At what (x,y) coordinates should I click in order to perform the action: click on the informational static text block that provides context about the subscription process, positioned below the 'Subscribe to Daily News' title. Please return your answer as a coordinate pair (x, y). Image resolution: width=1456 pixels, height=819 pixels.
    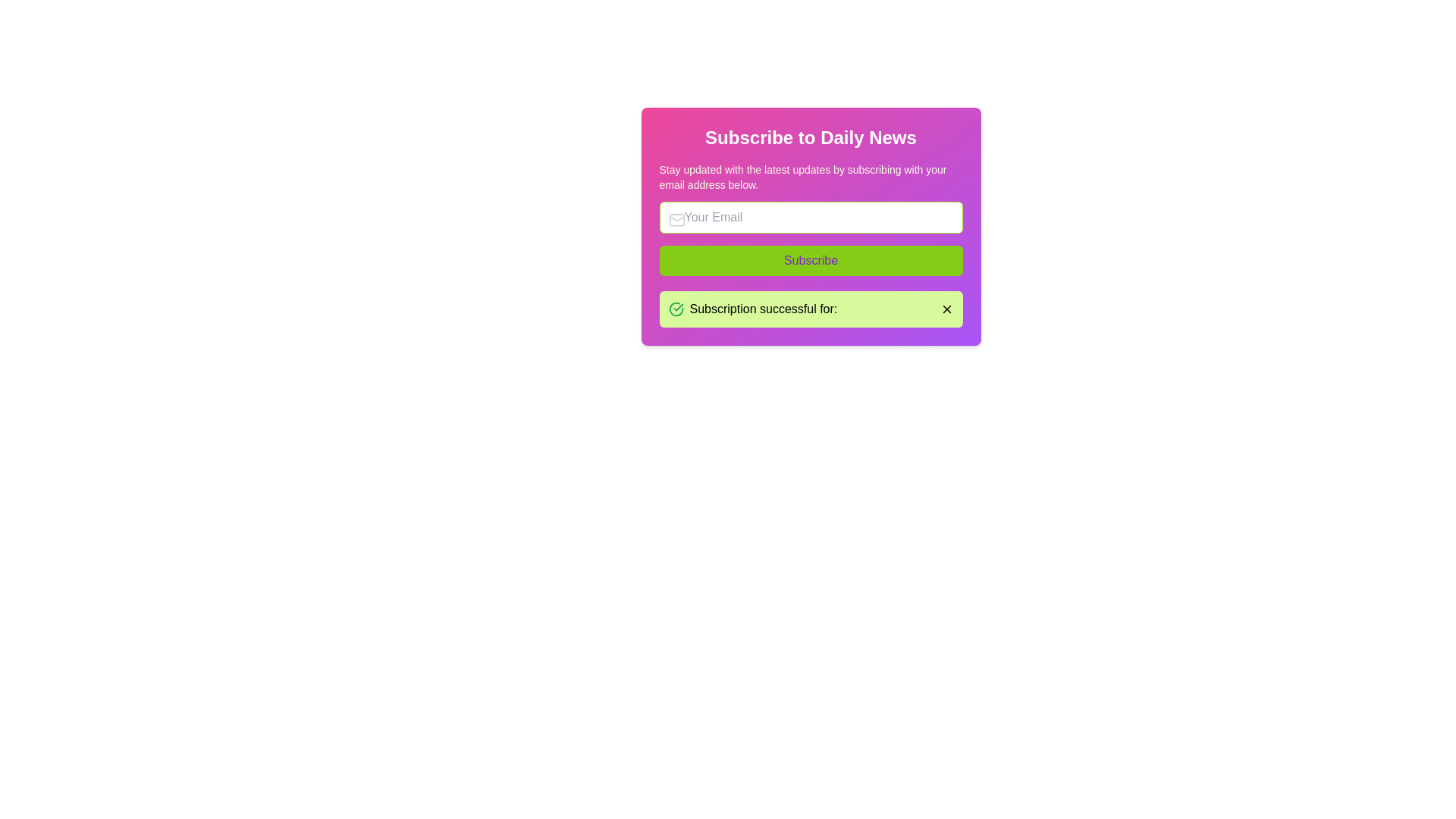
    Looking at the image, I should click on (810, 177).